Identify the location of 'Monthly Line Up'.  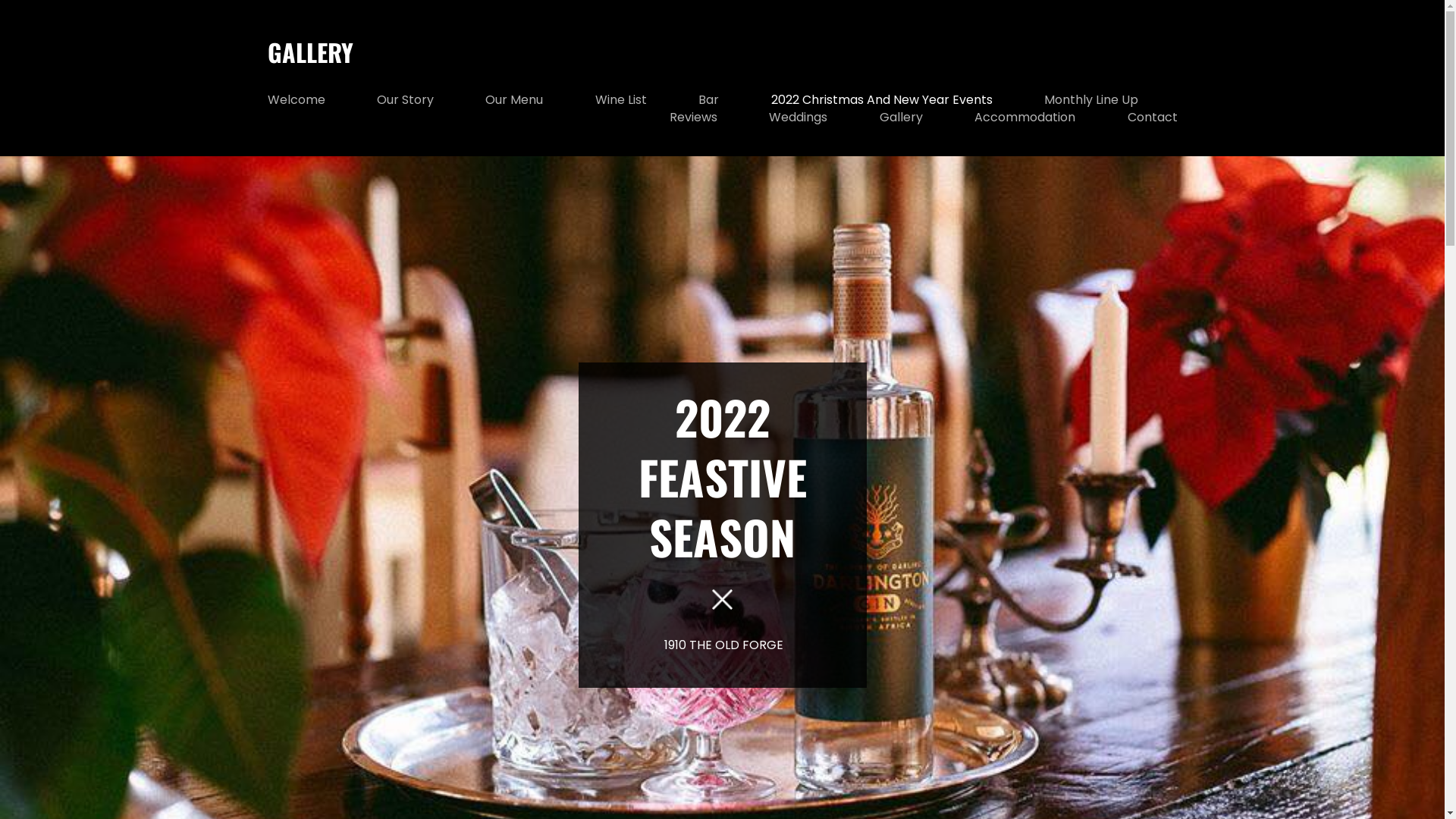
(1090, 99).